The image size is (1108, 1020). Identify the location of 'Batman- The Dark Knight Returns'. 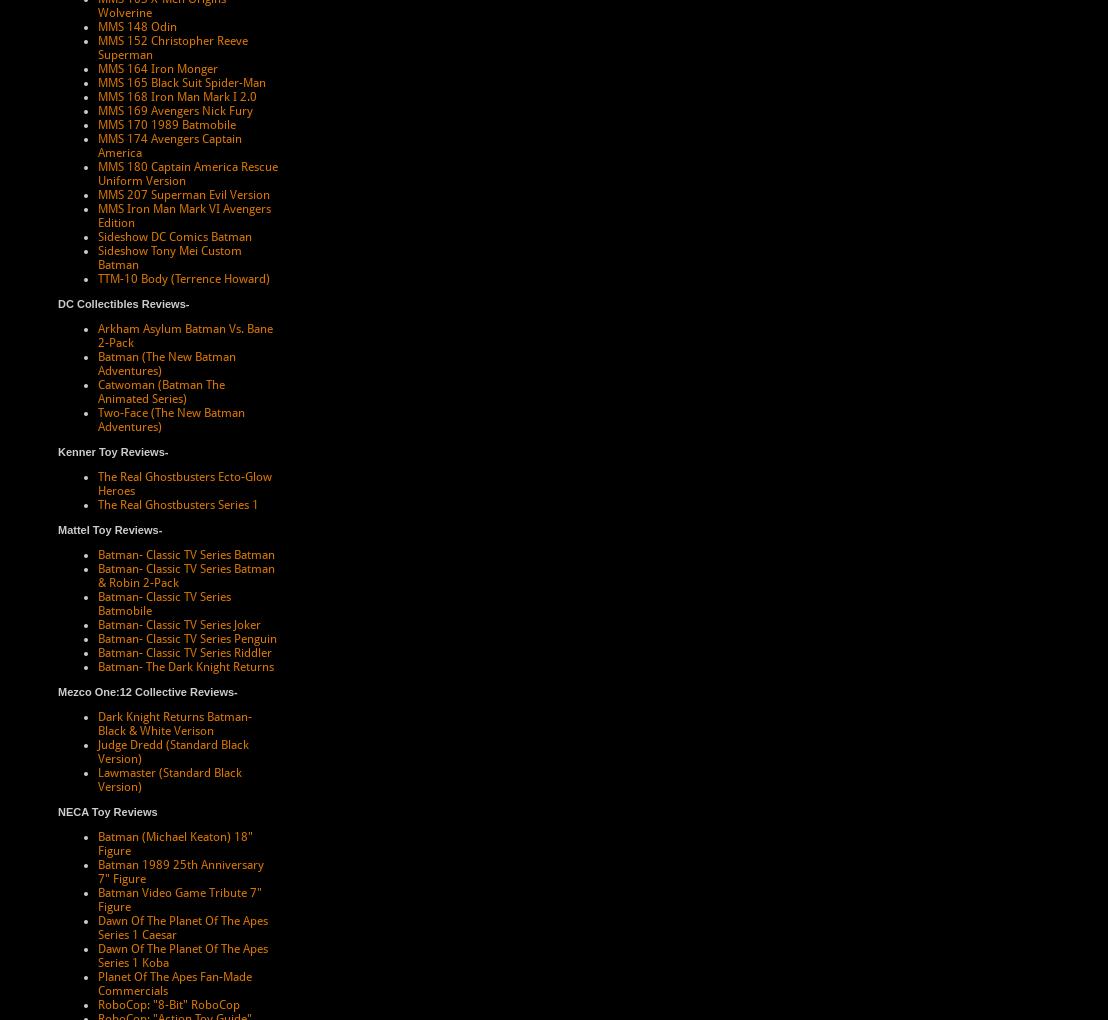
(186, 666).